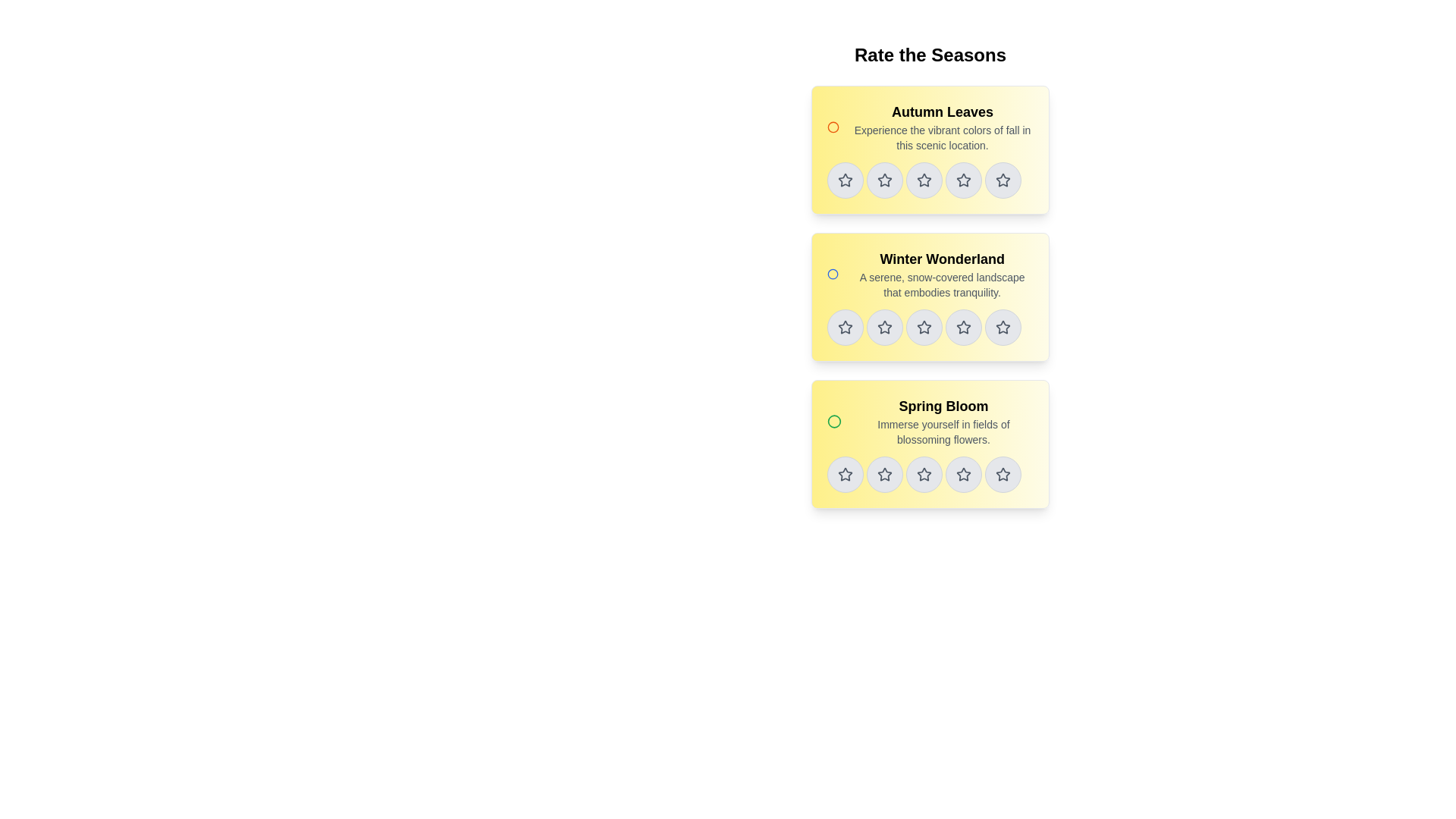  Describe the element at coordinates (924, 180) in the screenshot. I see `the 3-star rating button for the 'Autumn Leaves' card in the 'Rate the Seasons' section` at that location.